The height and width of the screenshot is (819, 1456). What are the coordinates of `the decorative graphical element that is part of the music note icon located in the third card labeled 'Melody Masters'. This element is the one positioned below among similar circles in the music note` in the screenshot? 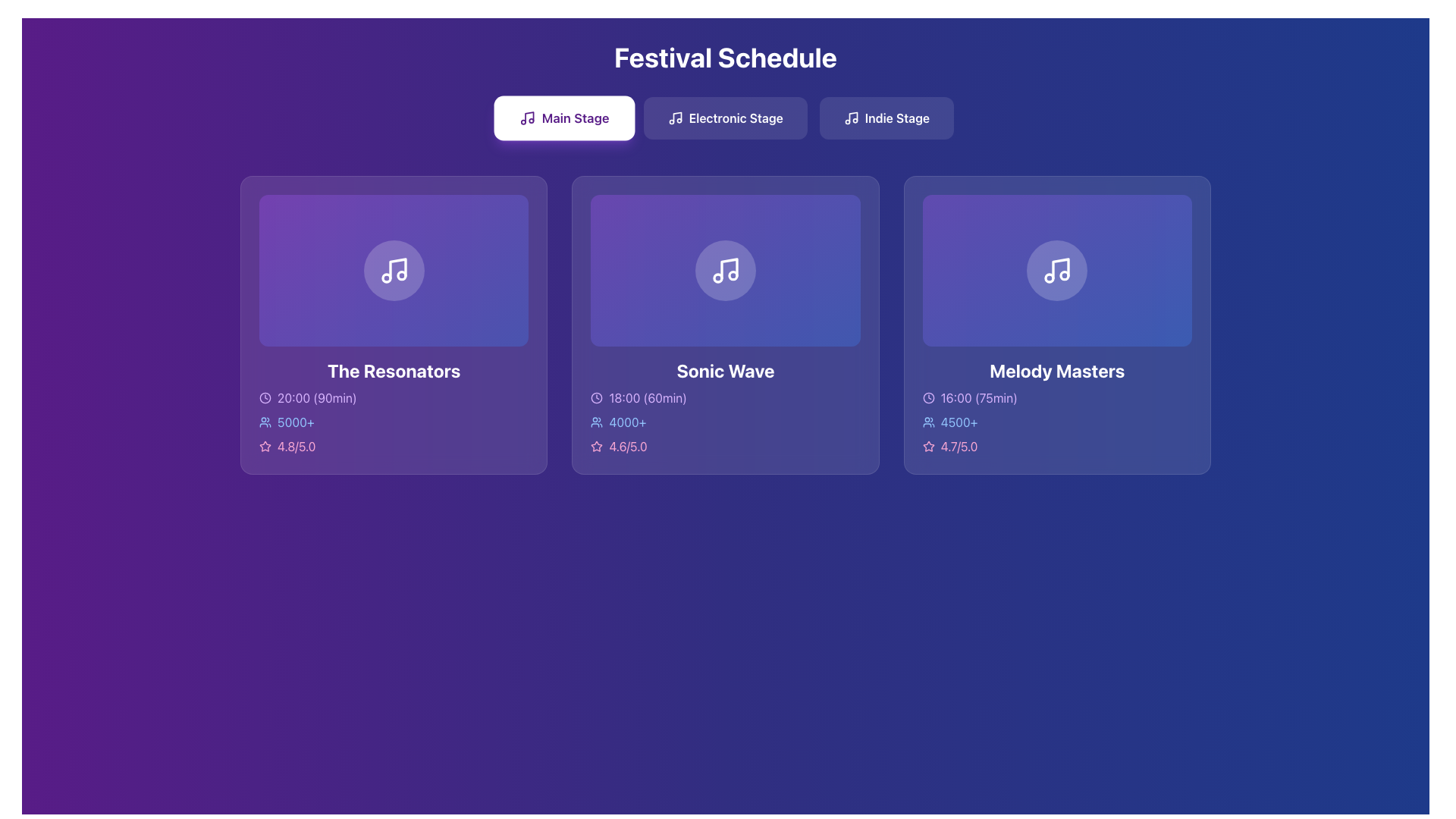 It's located at (1049, 278).